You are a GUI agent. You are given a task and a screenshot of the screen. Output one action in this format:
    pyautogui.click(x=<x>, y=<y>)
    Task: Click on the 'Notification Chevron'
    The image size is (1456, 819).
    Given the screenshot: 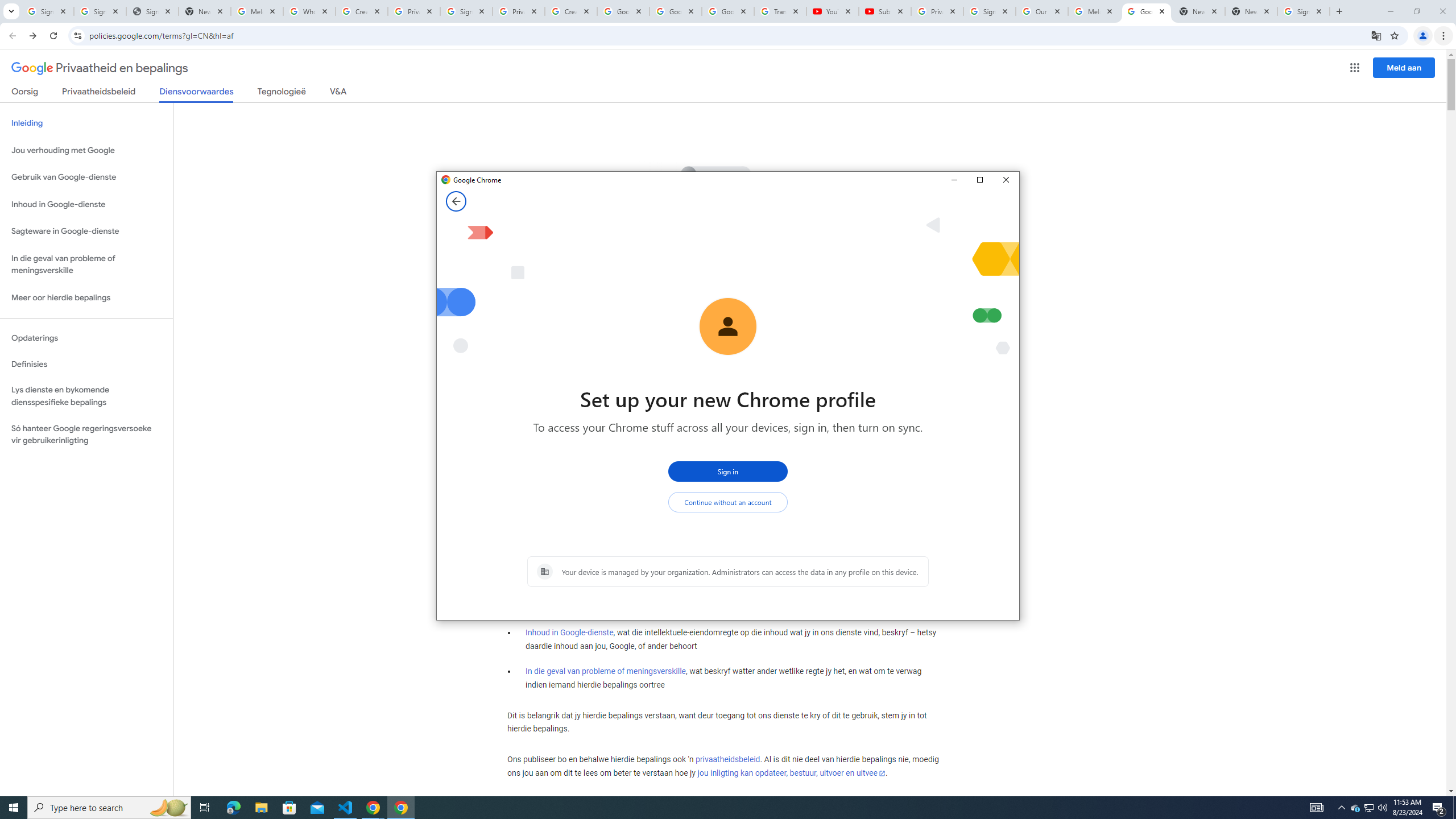 What is the action you would take?
    pyautogui.click(x=1342, y=806)
    